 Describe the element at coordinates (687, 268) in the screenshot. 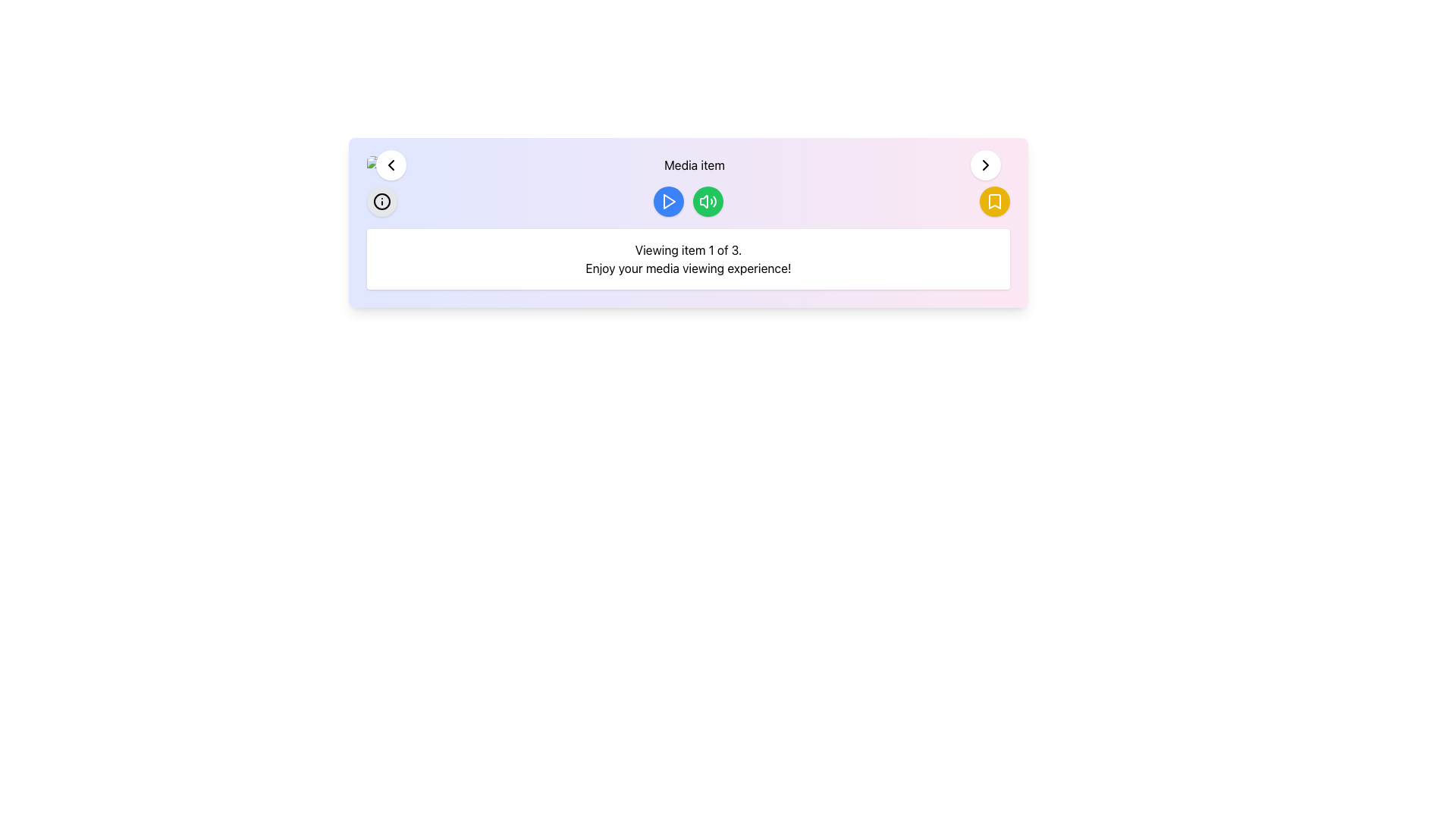

I see `the text element displaying 'Enjoy your media viewing experience!' which is located below the heading 'Viewing item 1 of 3.'` at that location.